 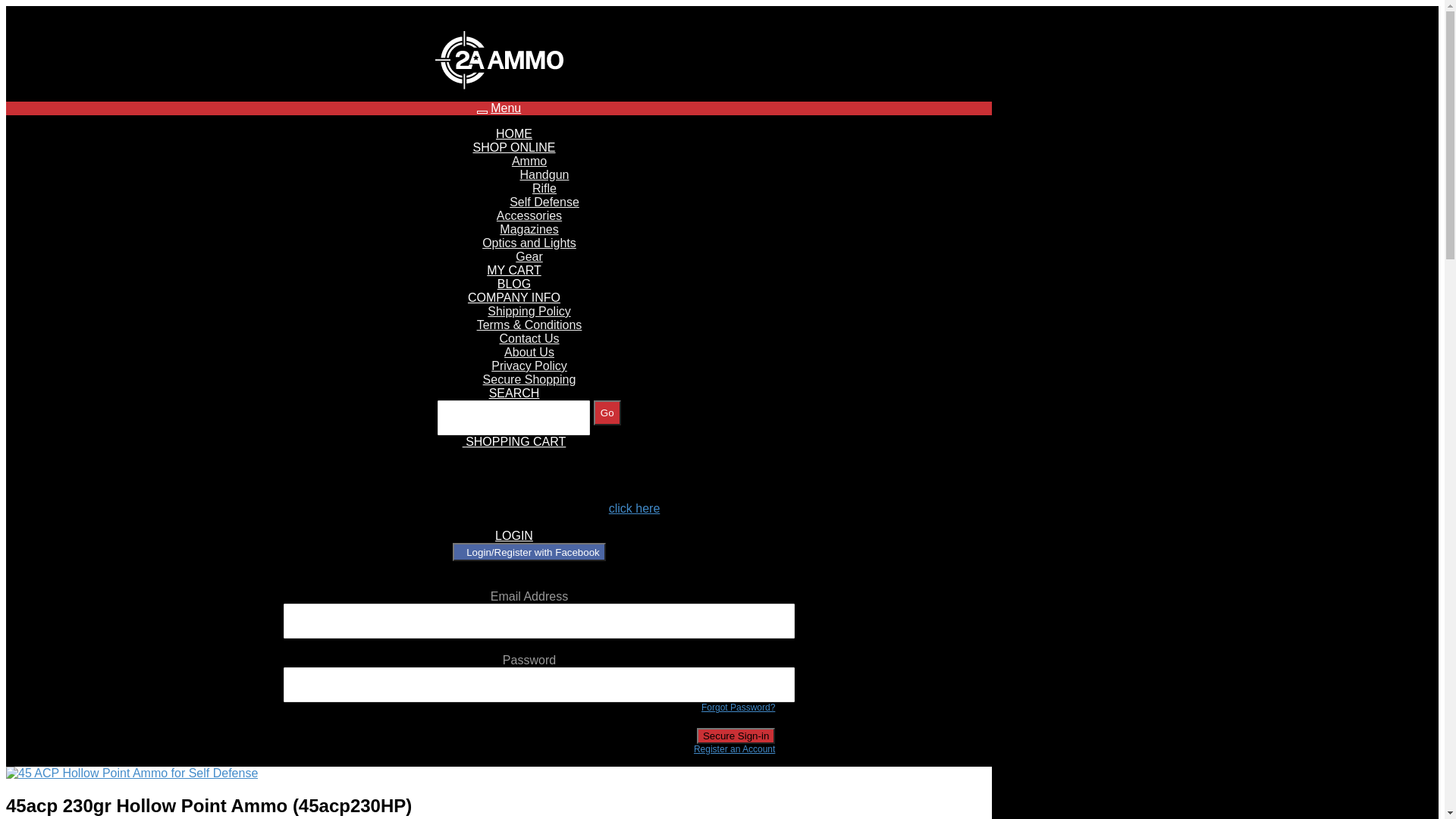 What do you see at coordinates (513, 147) in the screenshot?
I see `'SHOP ONLINE'` at bounding box center [513, 147].